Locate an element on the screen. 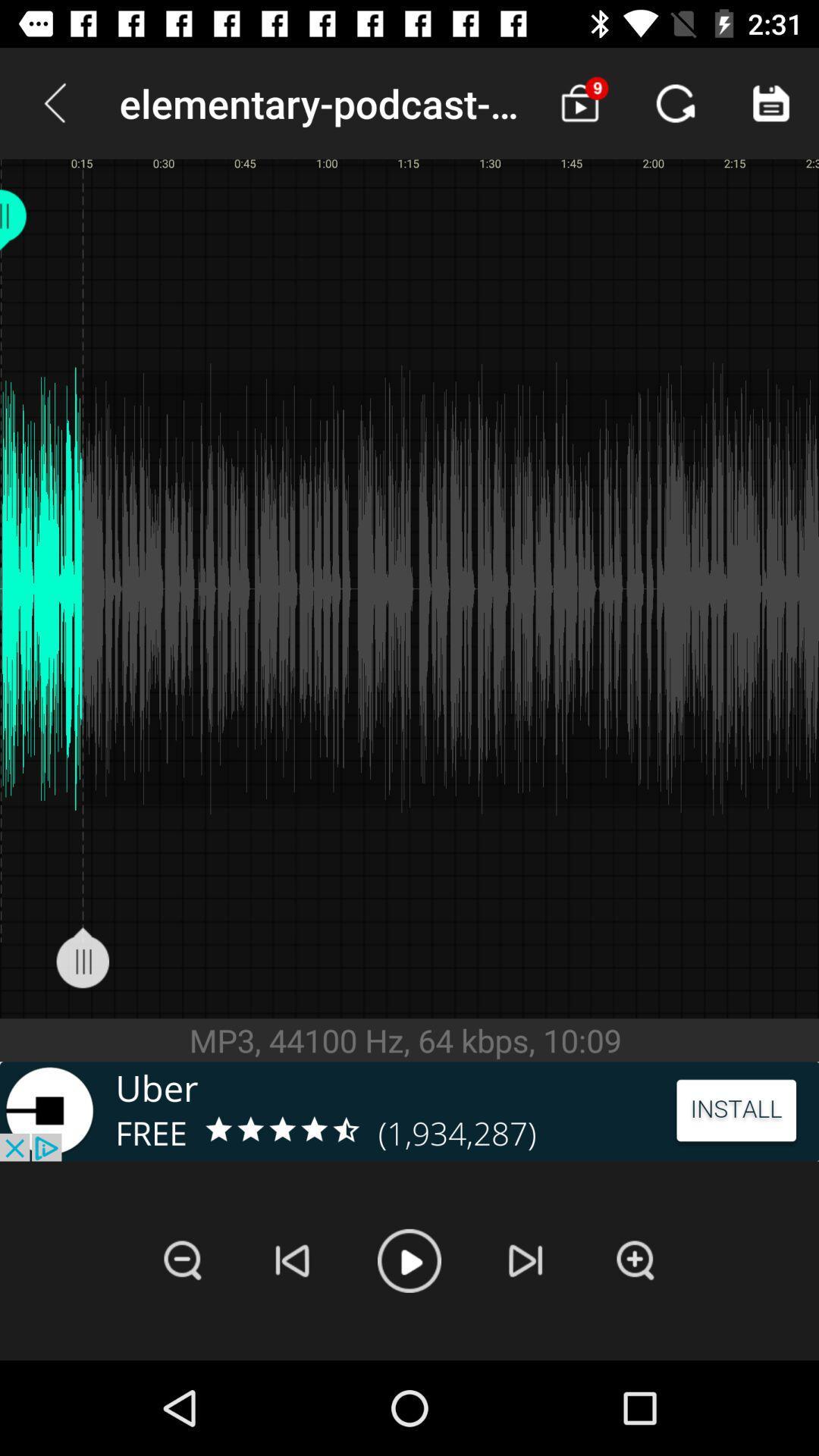 Image resolution: width=819 pixels, height=1456 pixels. increase volume is located at coordinates (635, 1260).